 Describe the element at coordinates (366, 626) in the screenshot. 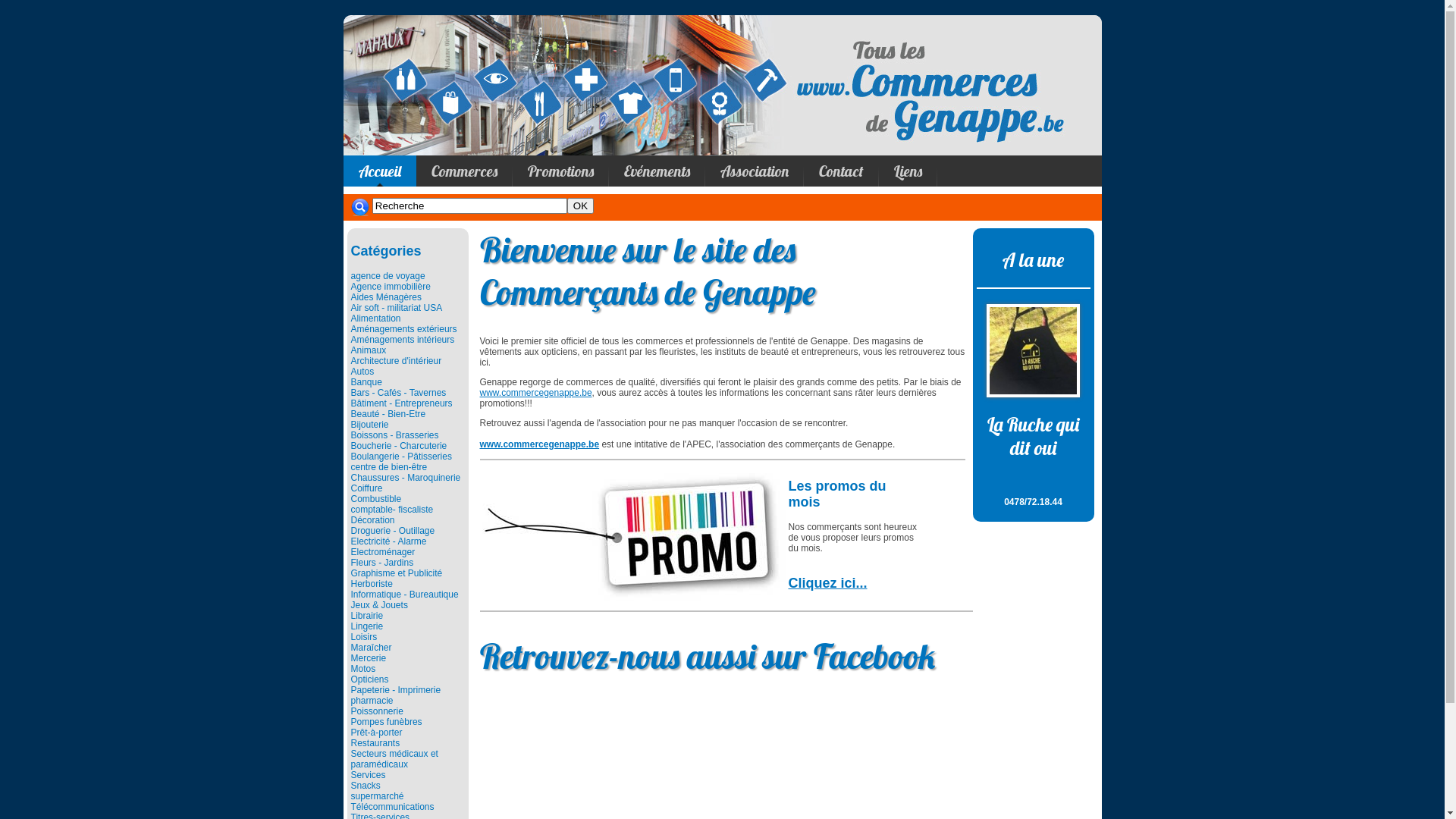

I see `'Lingerie'` at that location.